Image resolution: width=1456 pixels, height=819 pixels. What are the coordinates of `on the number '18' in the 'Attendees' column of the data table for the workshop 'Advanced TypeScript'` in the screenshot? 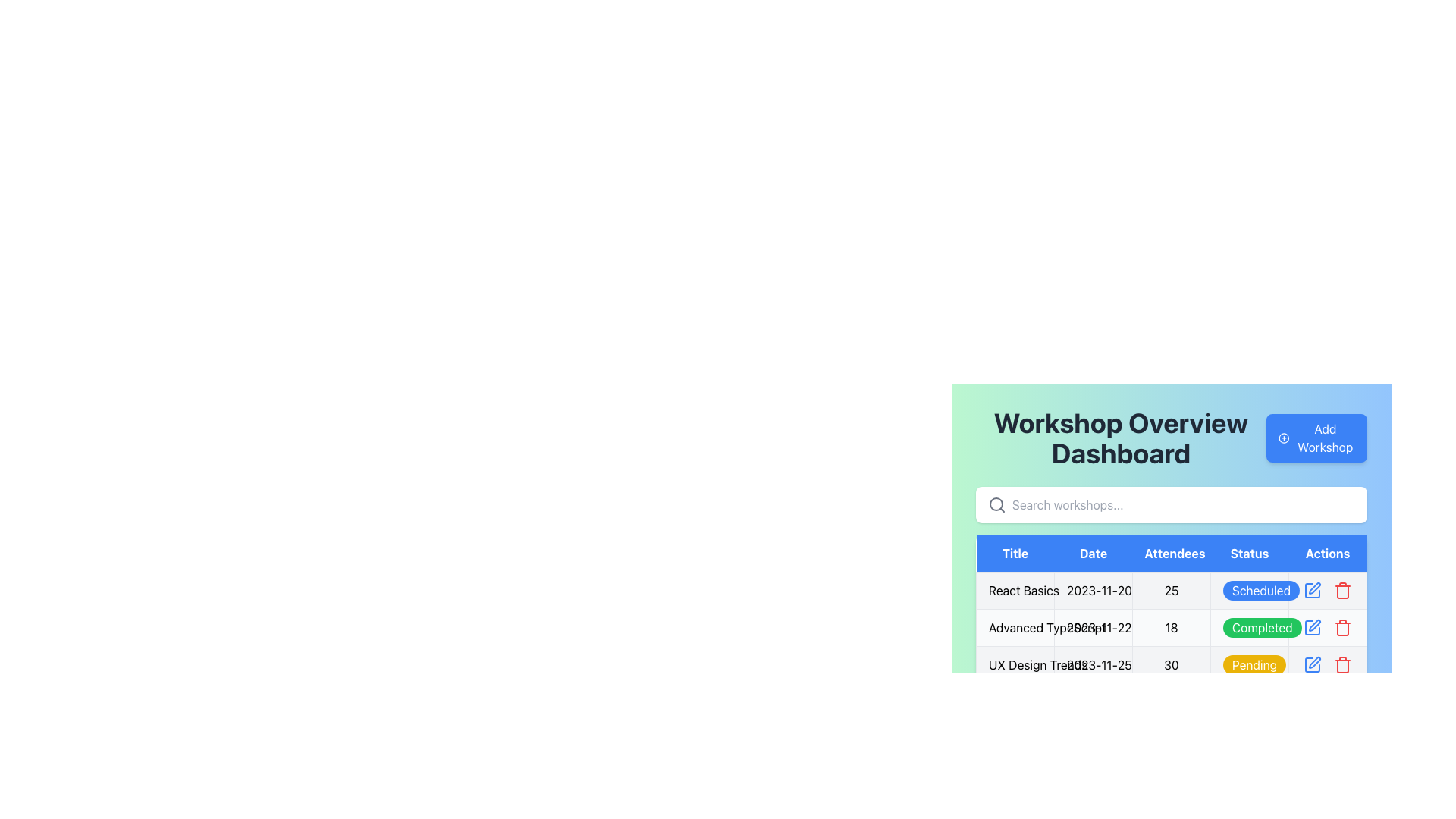 It's located at (1171, 628).